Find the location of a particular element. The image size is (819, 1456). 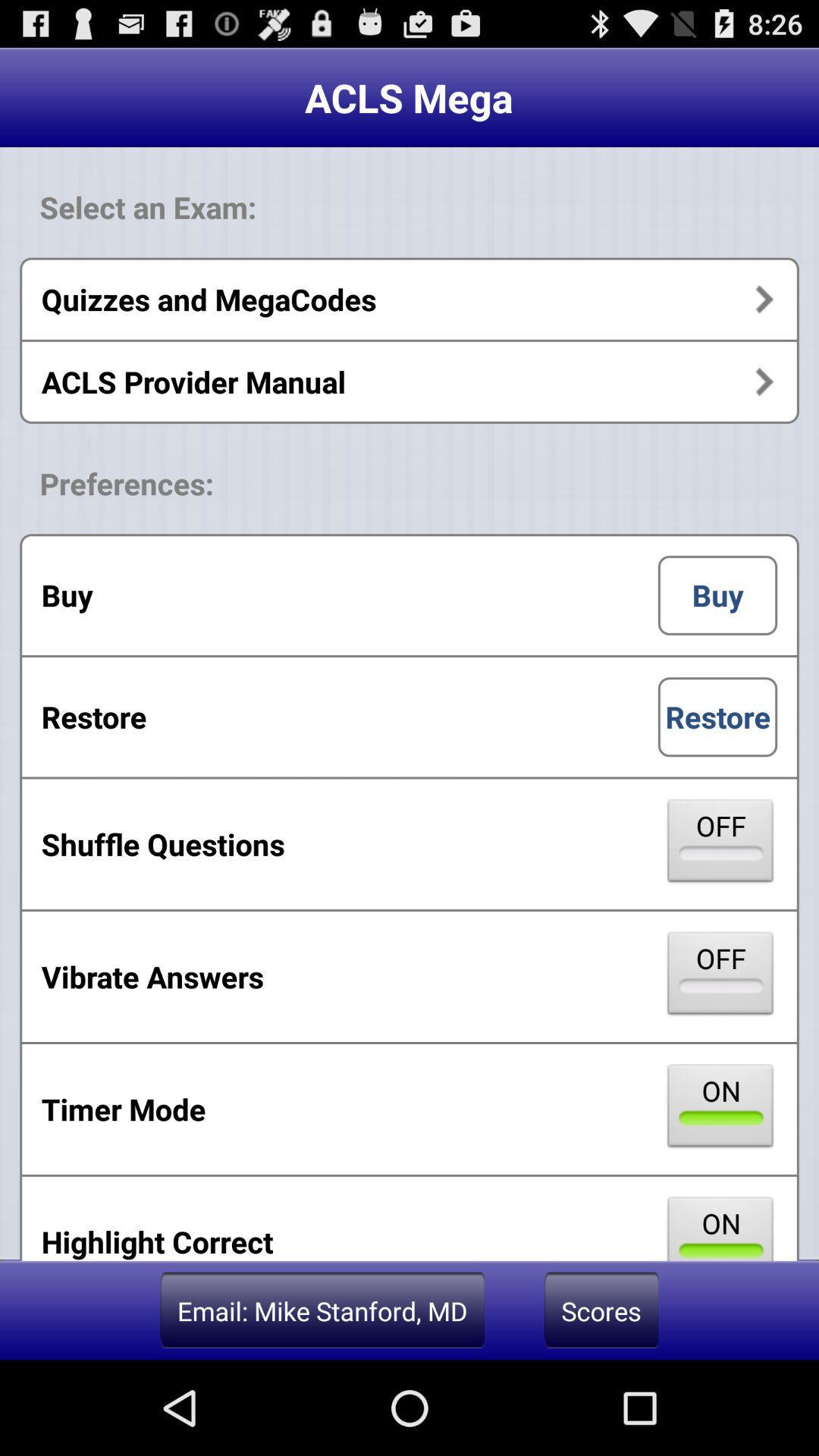

acls provider manual item is located at coordinates (409, 381).